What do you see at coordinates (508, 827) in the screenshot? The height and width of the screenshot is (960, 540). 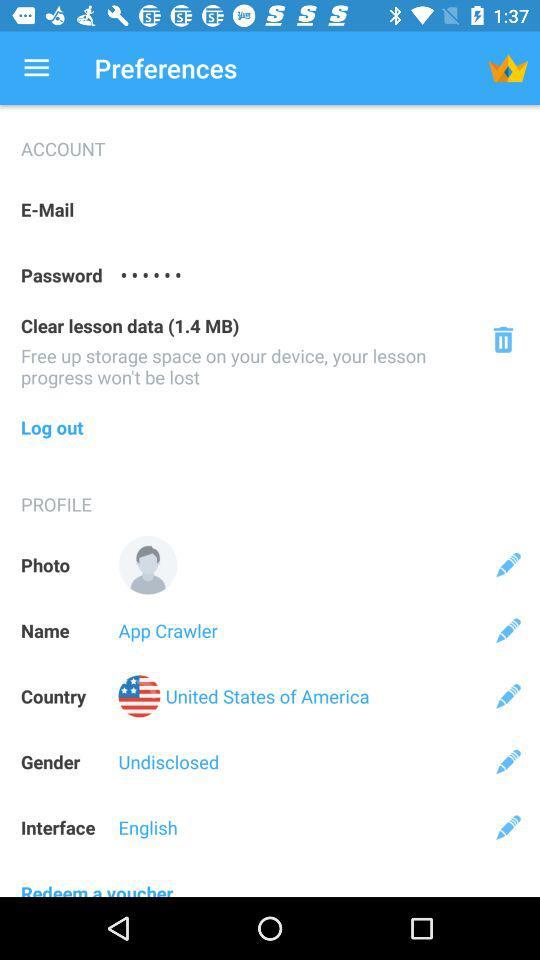 I see `the icon above the redeem a voucher` at bounding box center [508, 827].